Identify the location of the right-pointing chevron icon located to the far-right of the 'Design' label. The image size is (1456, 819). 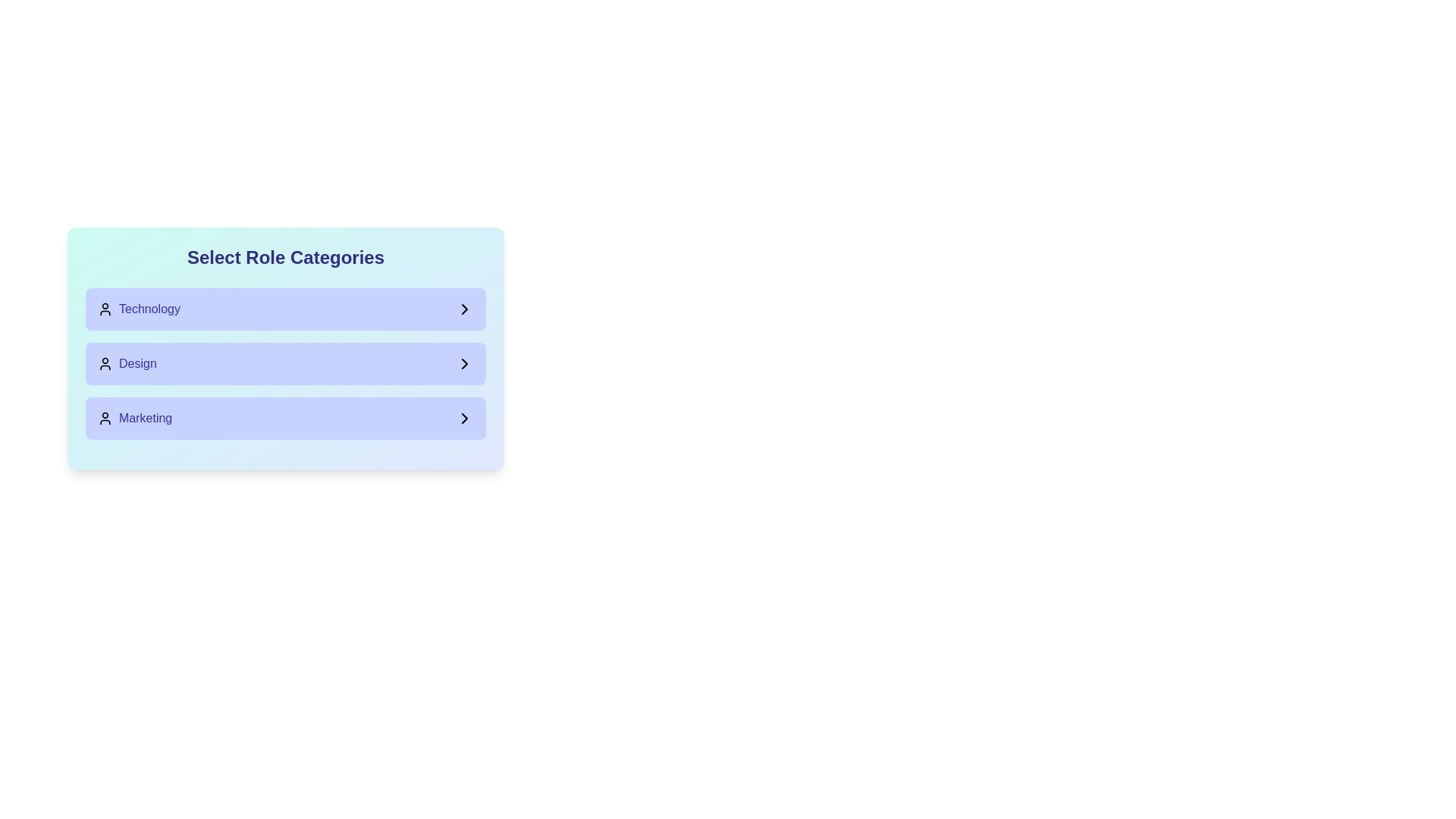
(464, 363).